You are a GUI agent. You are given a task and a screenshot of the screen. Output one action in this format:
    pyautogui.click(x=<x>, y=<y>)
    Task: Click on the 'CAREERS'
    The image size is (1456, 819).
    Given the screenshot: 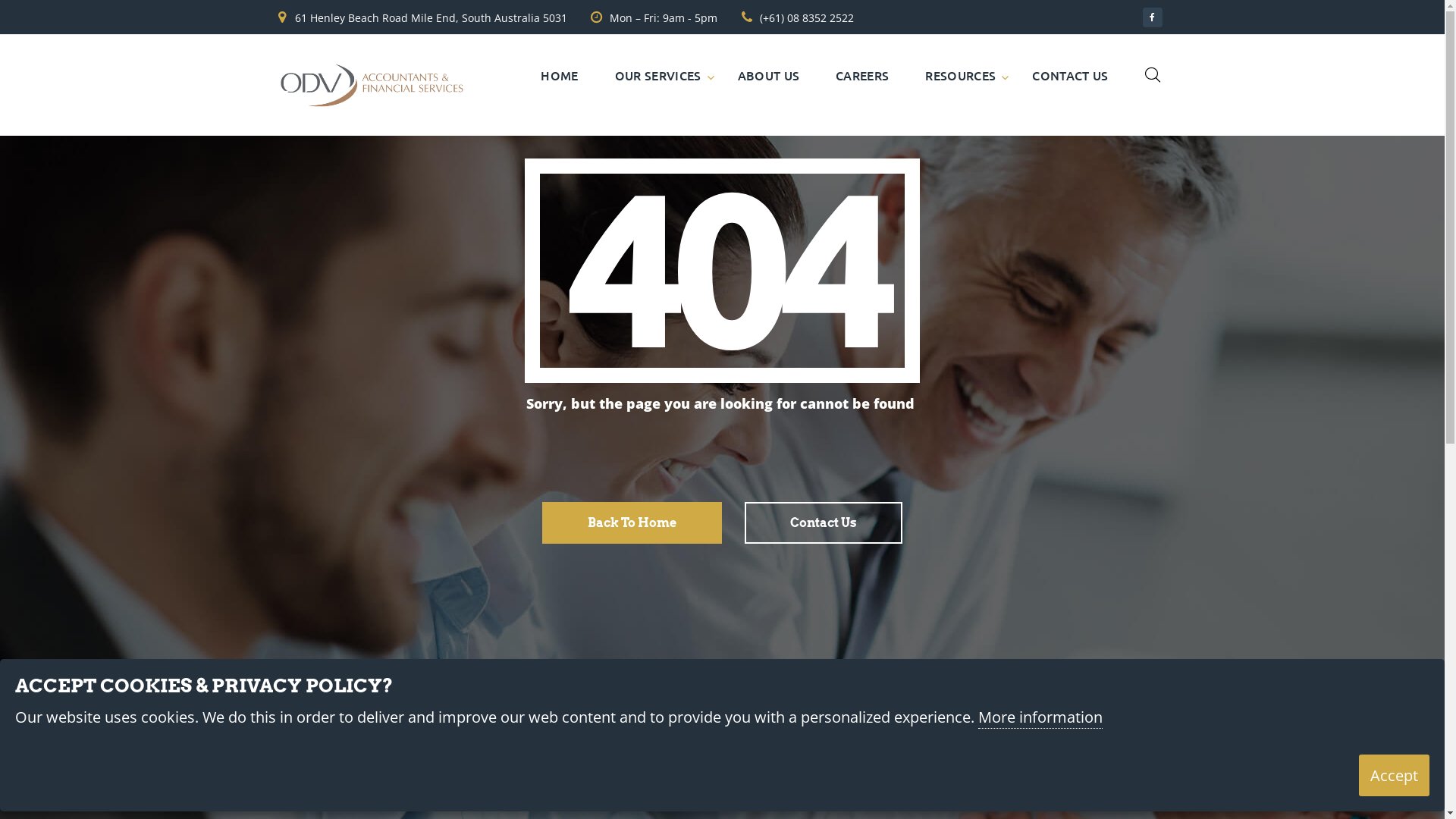 What is the action you would take?
    pyautogui.click(x=835, y=75)
    